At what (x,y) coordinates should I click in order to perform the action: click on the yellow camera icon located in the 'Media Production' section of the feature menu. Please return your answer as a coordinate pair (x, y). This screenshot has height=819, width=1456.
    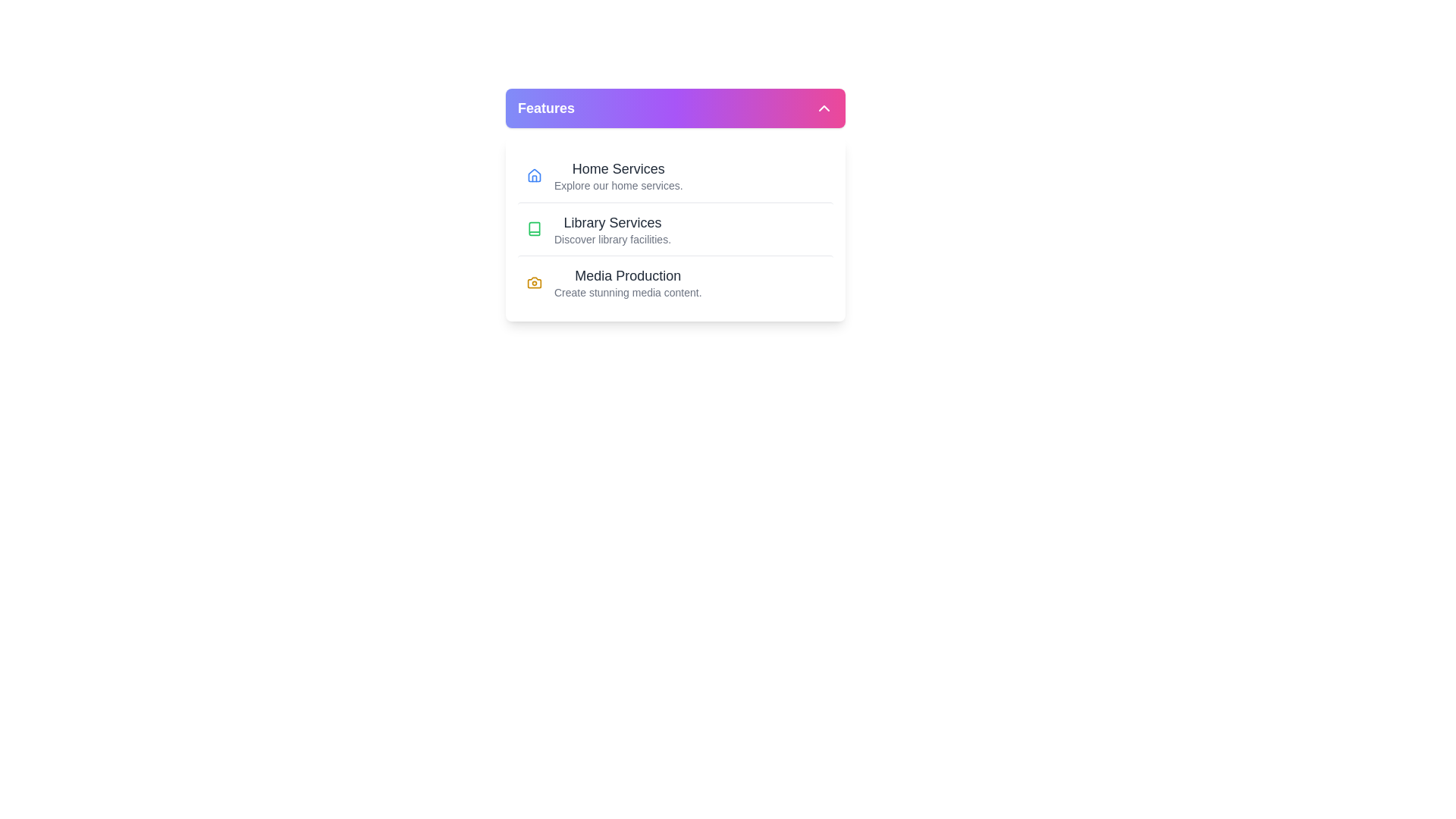
    Looking at the image, I should click on (535, 281).